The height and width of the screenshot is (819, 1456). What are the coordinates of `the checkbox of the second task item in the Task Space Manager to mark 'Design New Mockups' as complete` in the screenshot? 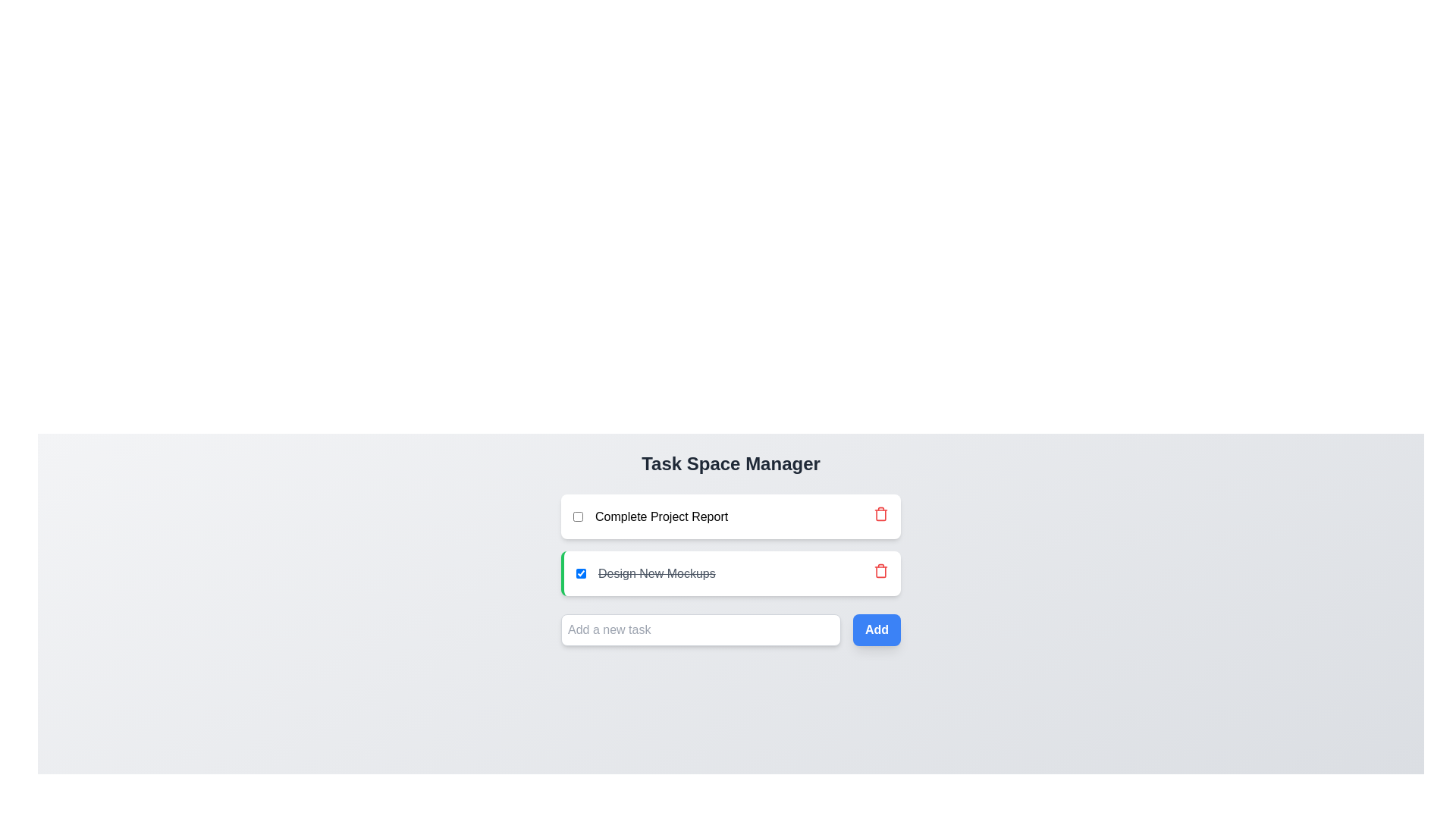 It's located at (731, 544).